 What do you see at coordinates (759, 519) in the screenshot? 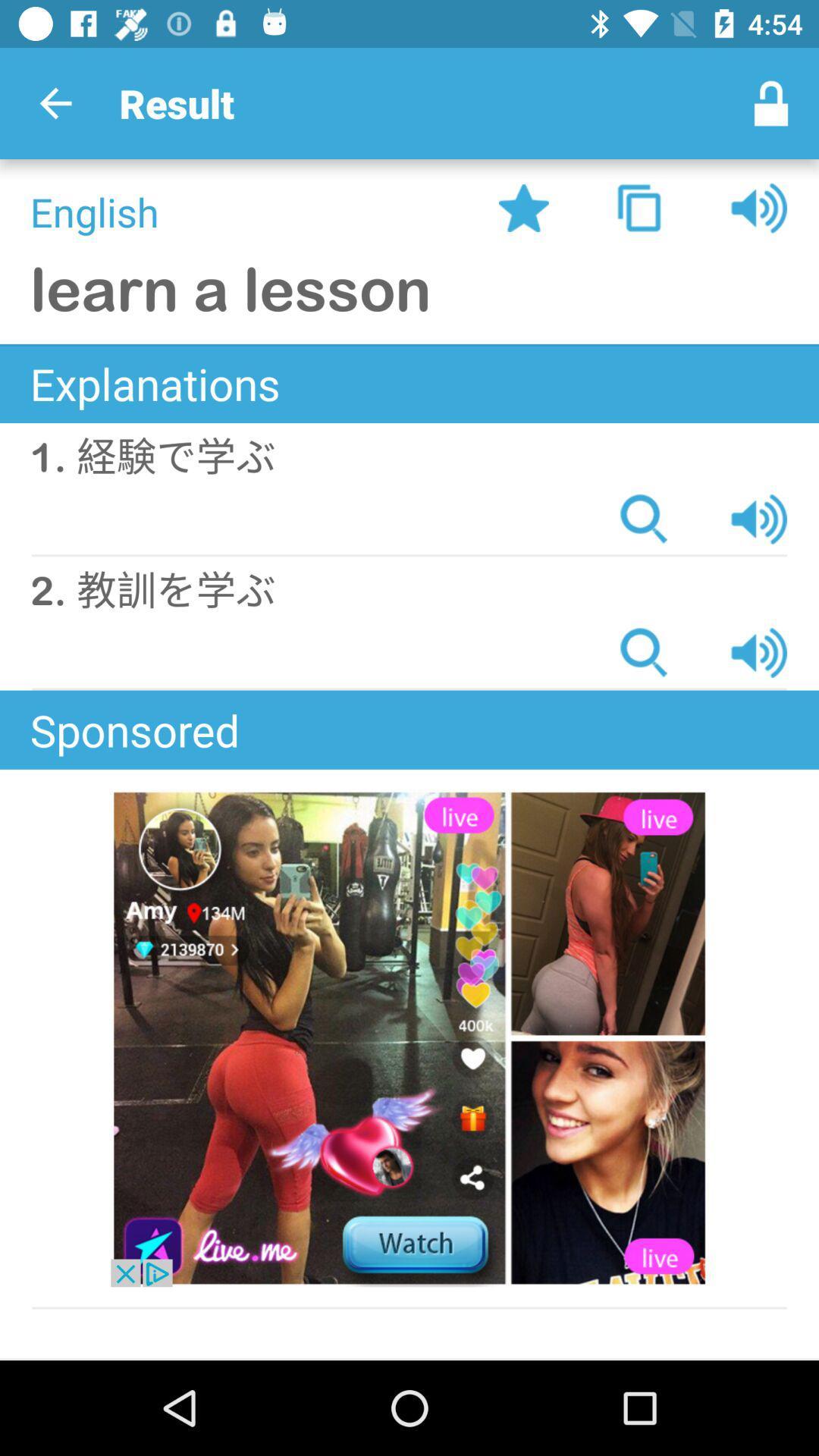
I see `the second sound icon on the right side of the web page` at bounding box center [759, 519].